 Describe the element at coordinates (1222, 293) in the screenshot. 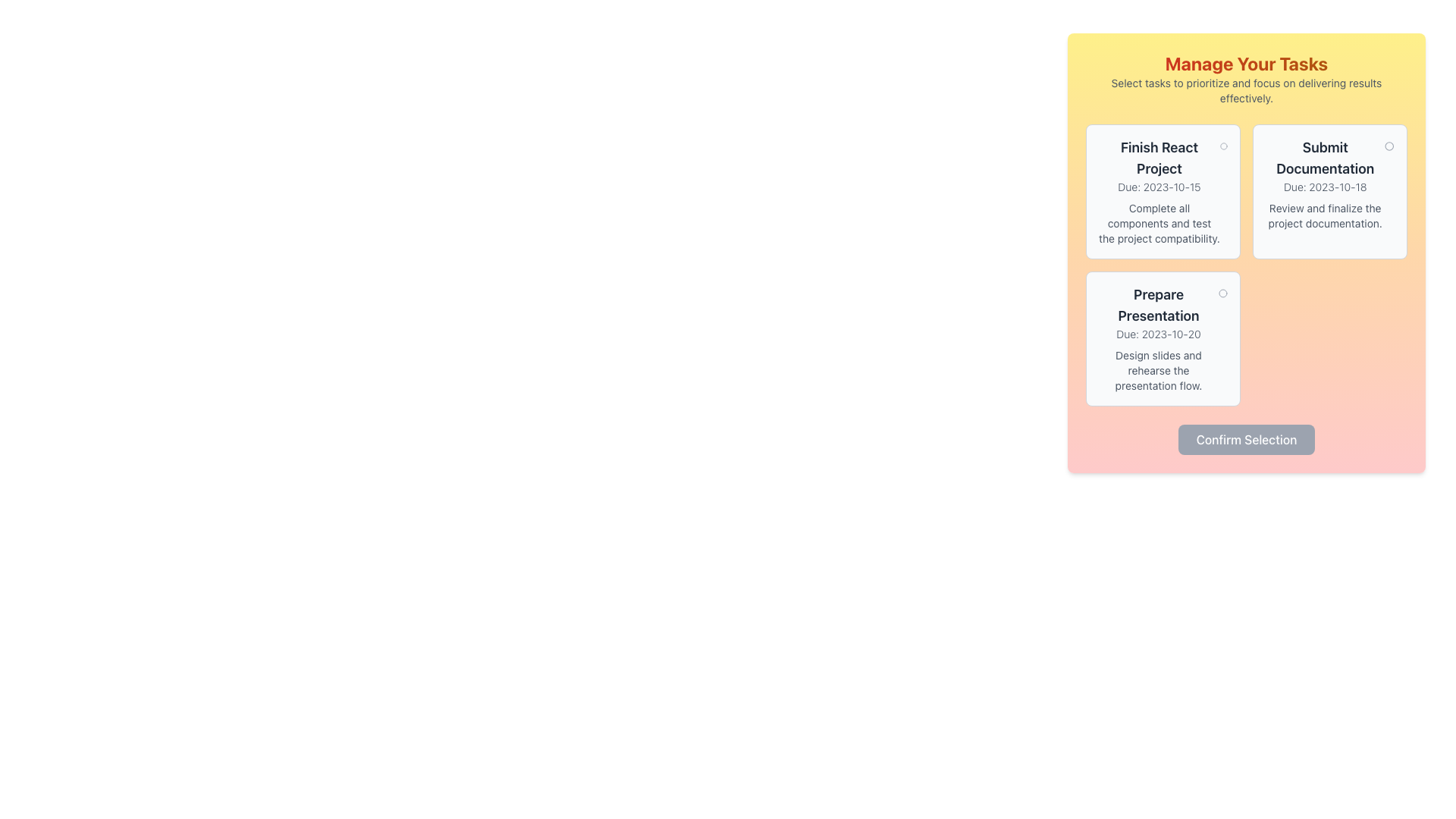

I see `the status indicator icon for the 'Prepare Presentation' task, located at the top right corner of the card's boundary` at that location.